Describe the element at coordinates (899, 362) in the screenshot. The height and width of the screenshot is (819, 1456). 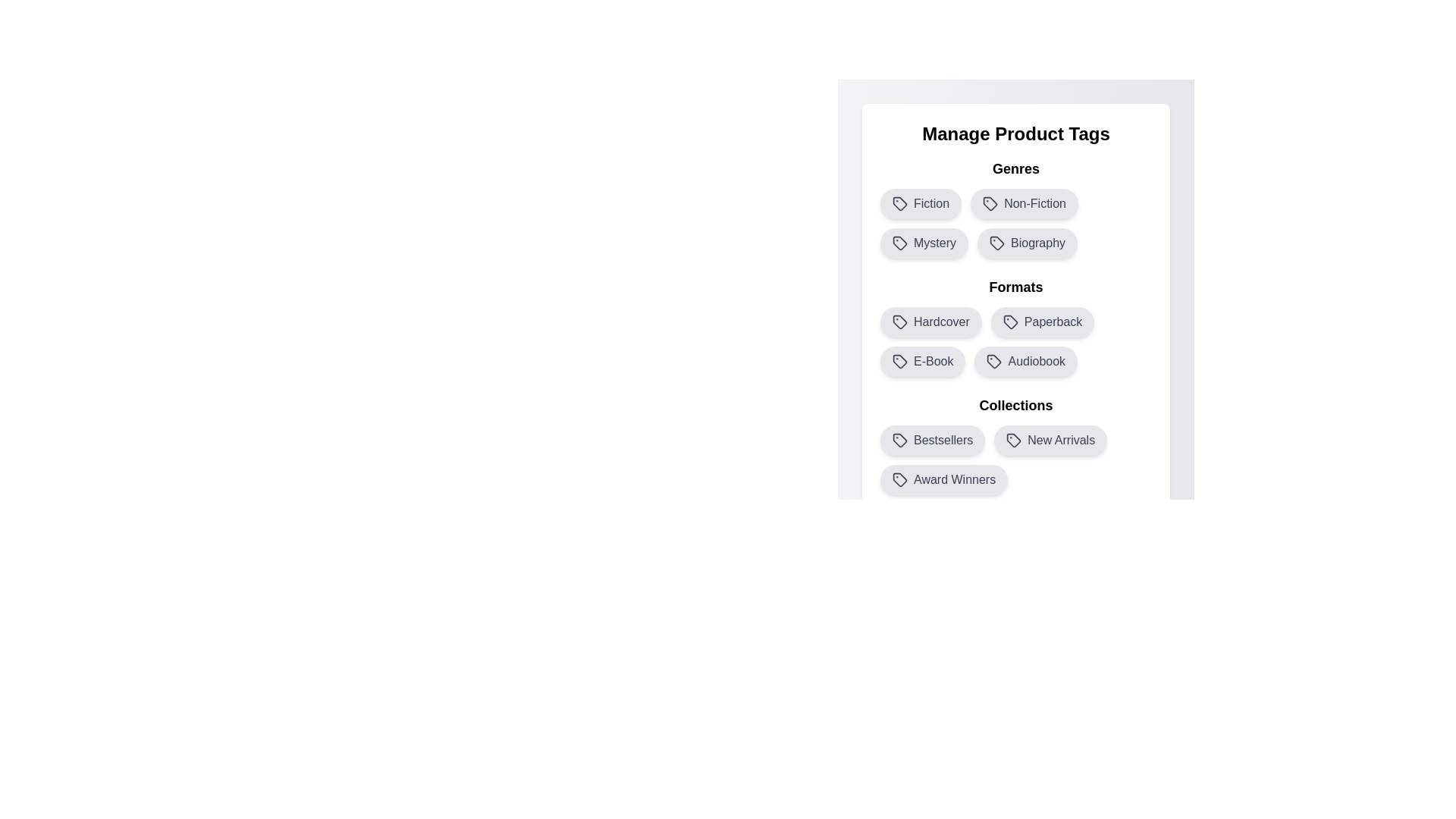
I see `the decorative tag icon located to the left of the 'E-Book' label in the 'Formats' section of the UI` at that location.